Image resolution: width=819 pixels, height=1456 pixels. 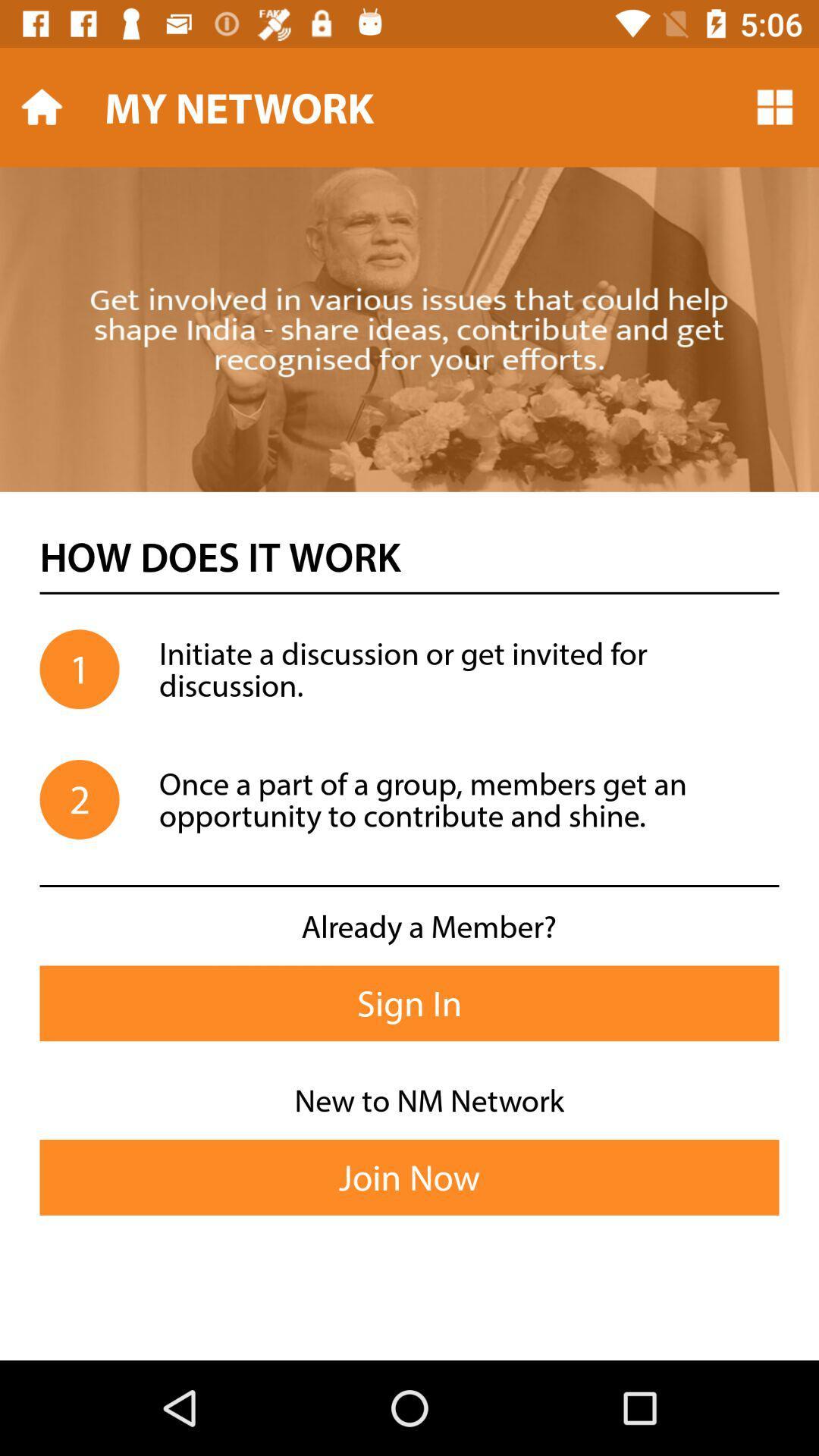 What do you see at coordinates (409, 1003) in the screenshot?
I see `the icon below already a member?` at bounding box center [409, 1003].